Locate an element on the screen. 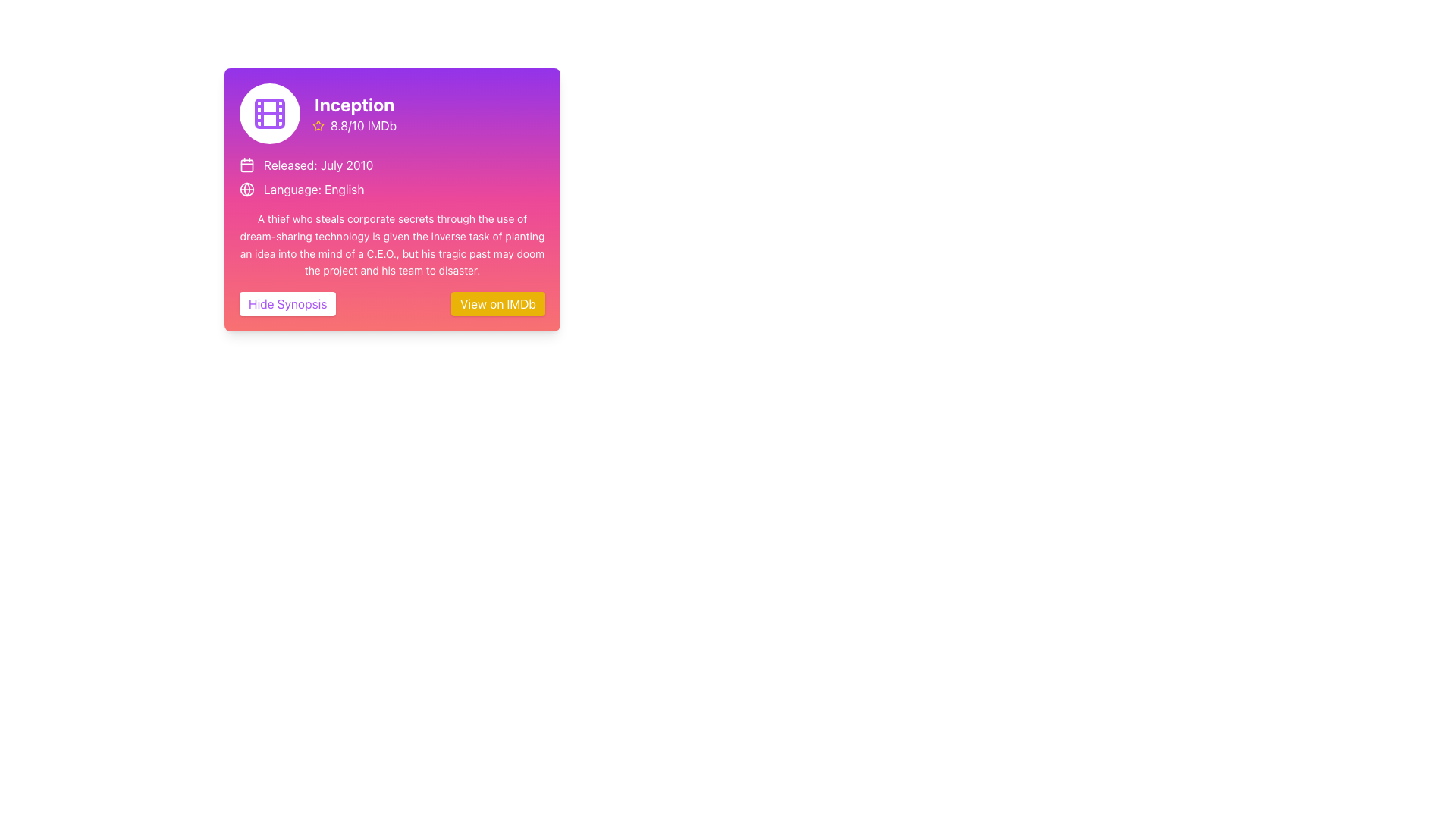  the button located at the bottom-left of the card component to hide the displayed synopsis text is located at coordinates (287, 304).